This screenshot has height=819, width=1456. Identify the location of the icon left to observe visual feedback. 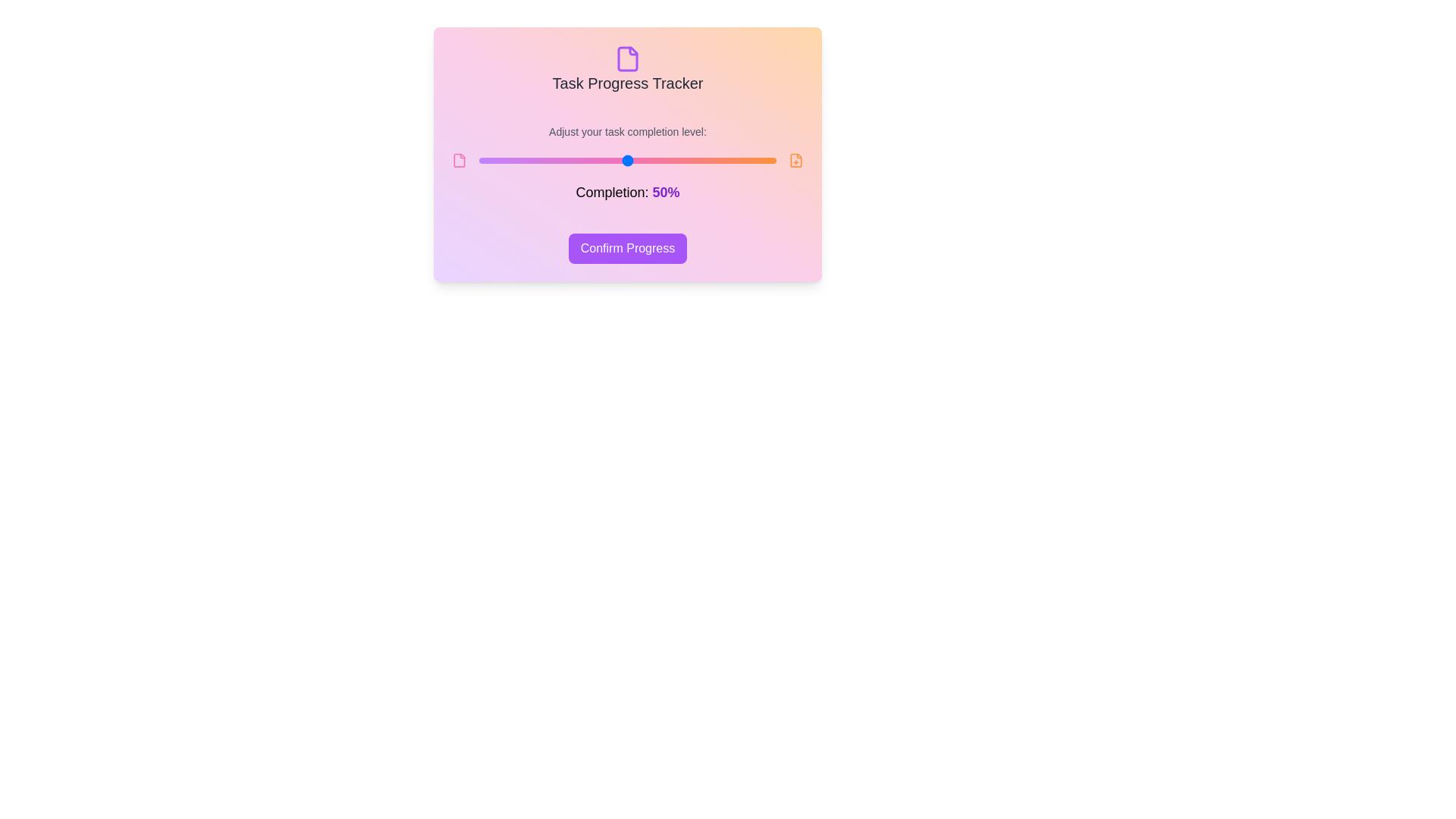
(459, 161).